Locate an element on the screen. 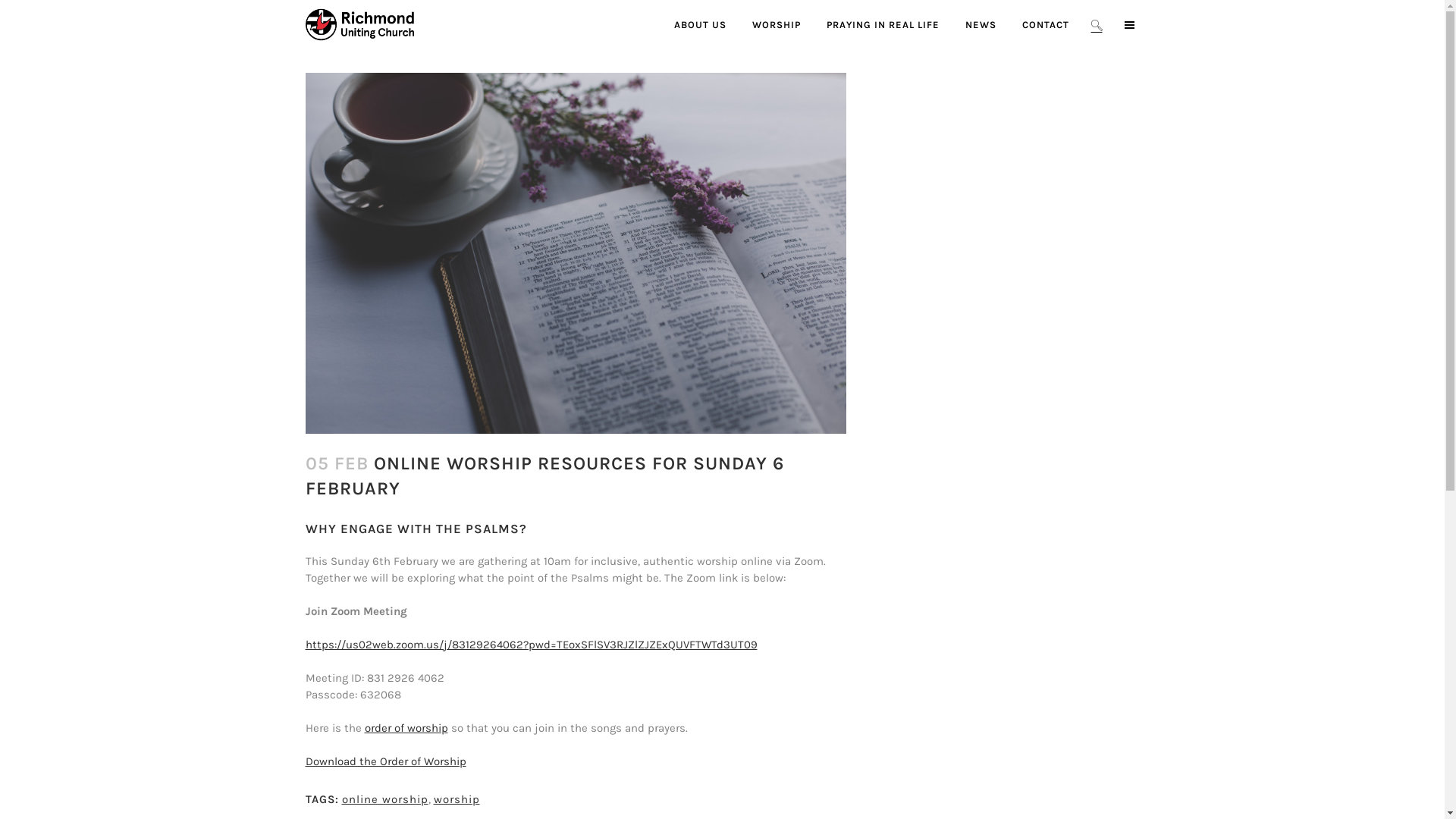 The height and width of the screenshot is (819, 1456). 'worship' is located at coordinates (456, 798).